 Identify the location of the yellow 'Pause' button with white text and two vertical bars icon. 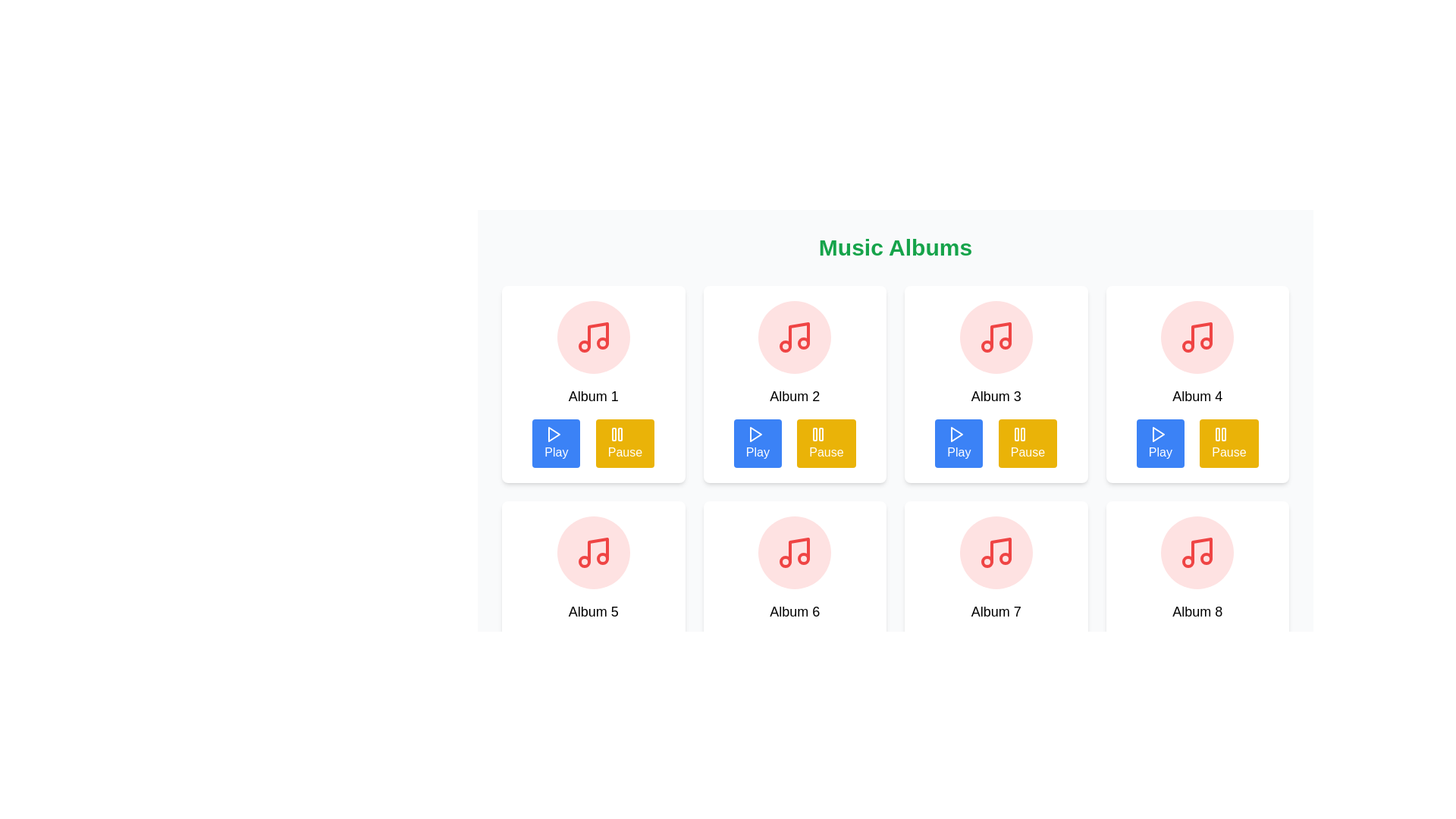
(825, 444).